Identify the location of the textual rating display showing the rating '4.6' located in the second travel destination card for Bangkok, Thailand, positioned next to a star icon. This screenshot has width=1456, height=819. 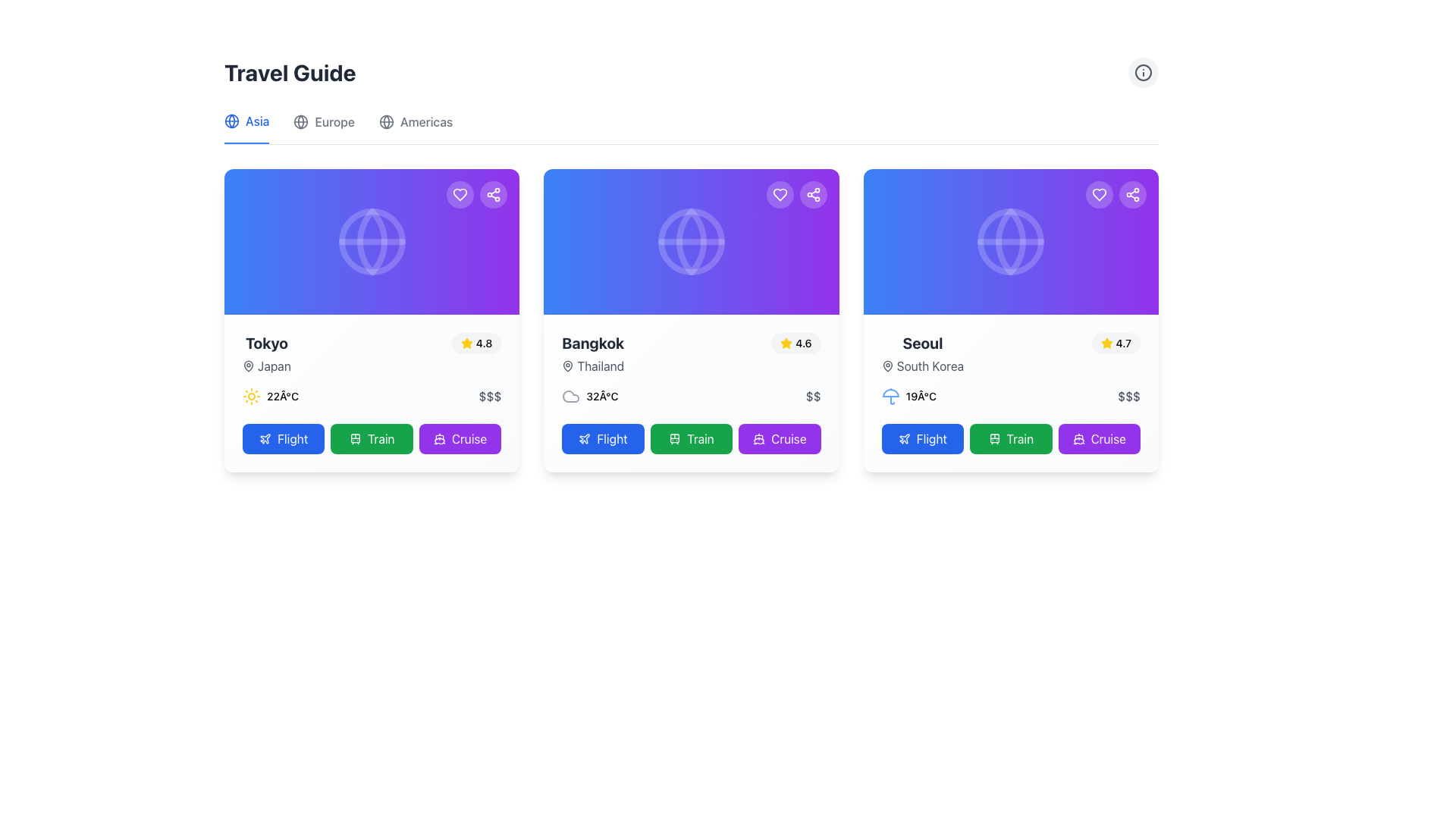
(803, 343).